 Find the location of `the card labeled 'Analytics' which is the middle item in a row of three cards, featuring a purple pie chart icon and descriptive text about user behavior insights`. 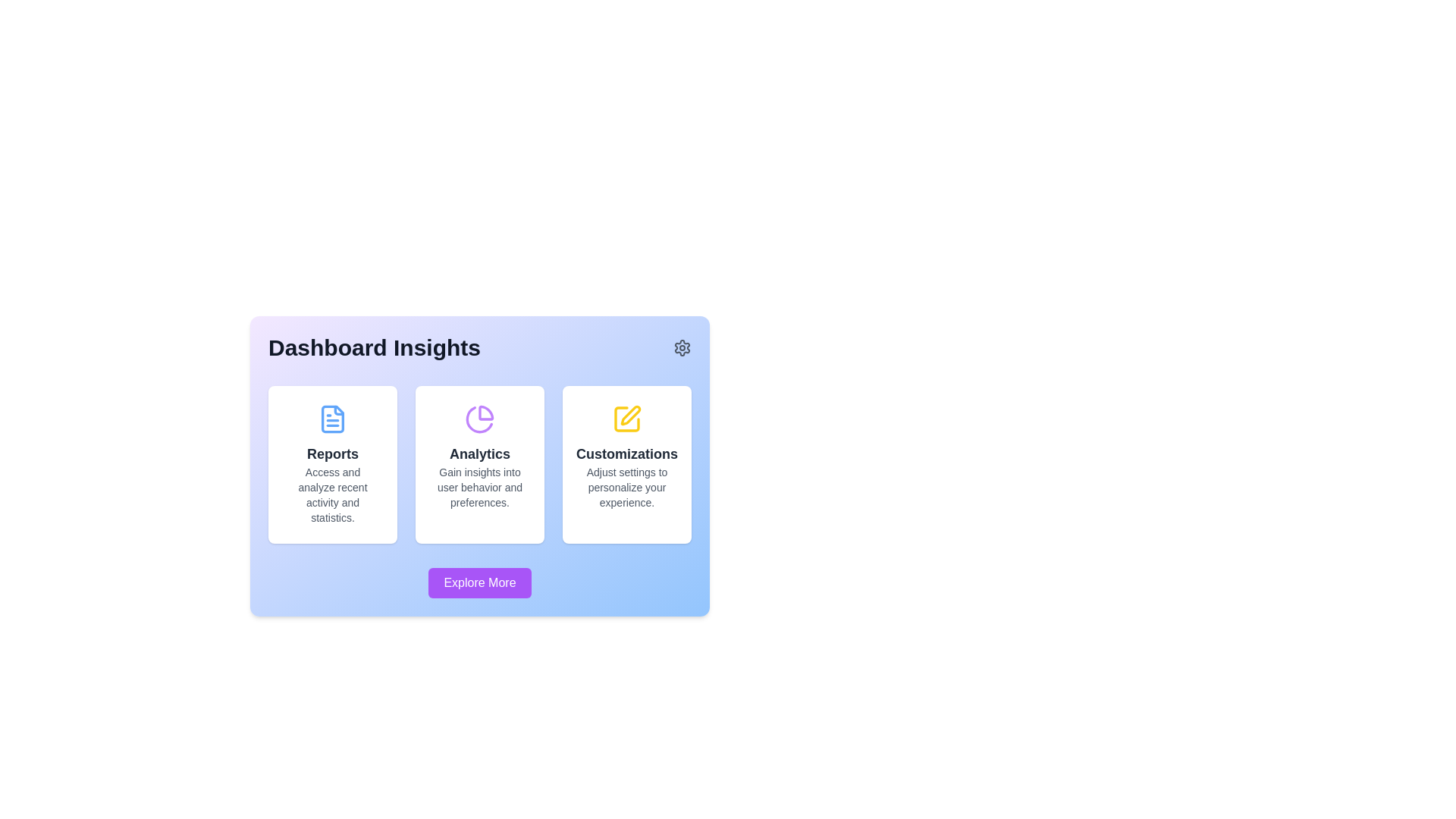

the card labeled 'Analytics' which is the middle item in a row of three cards, featuring a purple pie chart icon and descriptive text about user behavior insights is located at coordinates (479, 464).